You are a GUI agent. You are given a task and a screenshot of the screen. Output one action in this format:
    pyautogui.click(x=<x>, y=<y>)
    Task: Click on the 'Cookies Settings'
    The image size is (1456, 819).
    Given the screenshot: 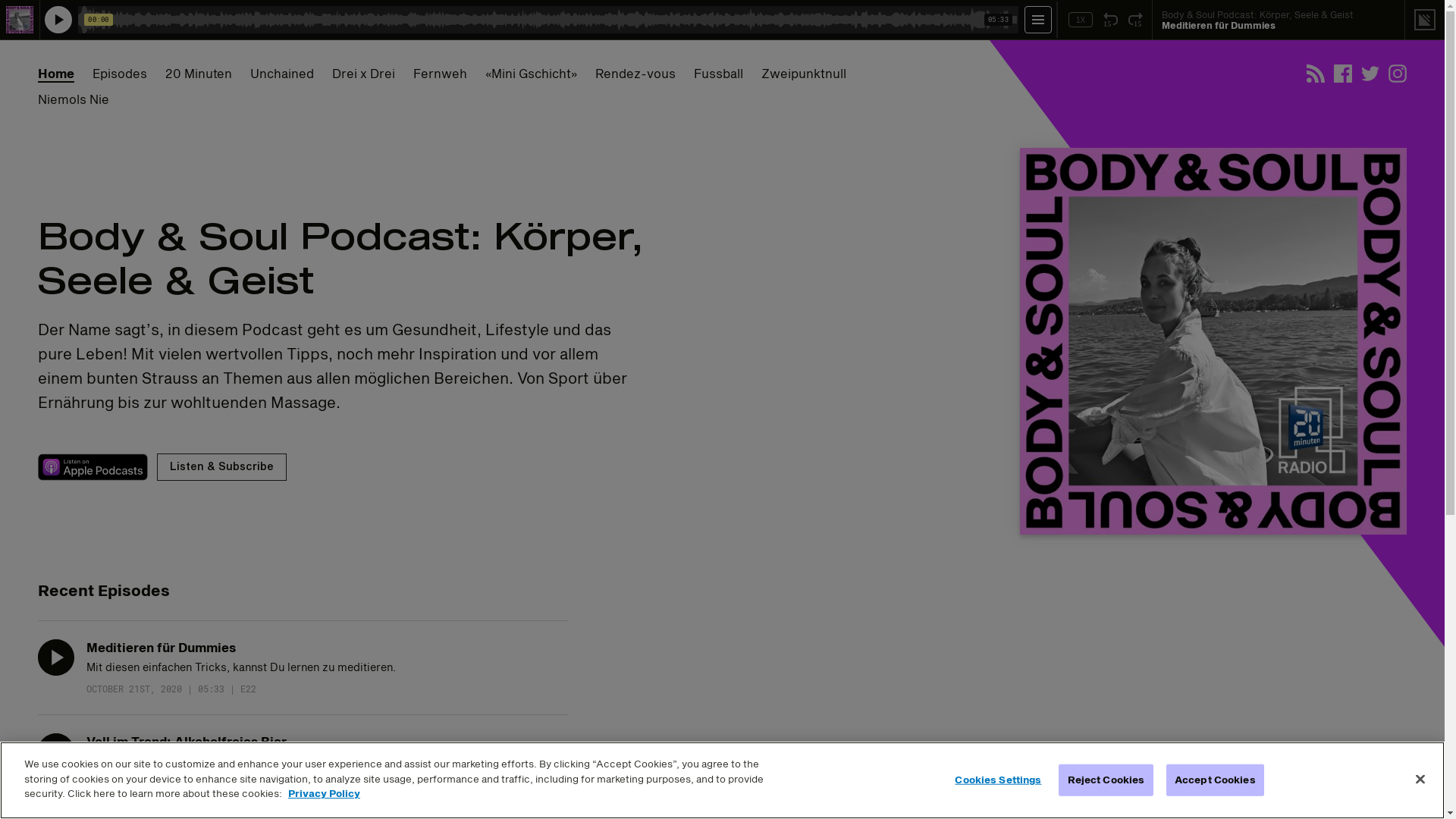 What is the action you would take?
    pyautogui.click(x=949, y=780)
    